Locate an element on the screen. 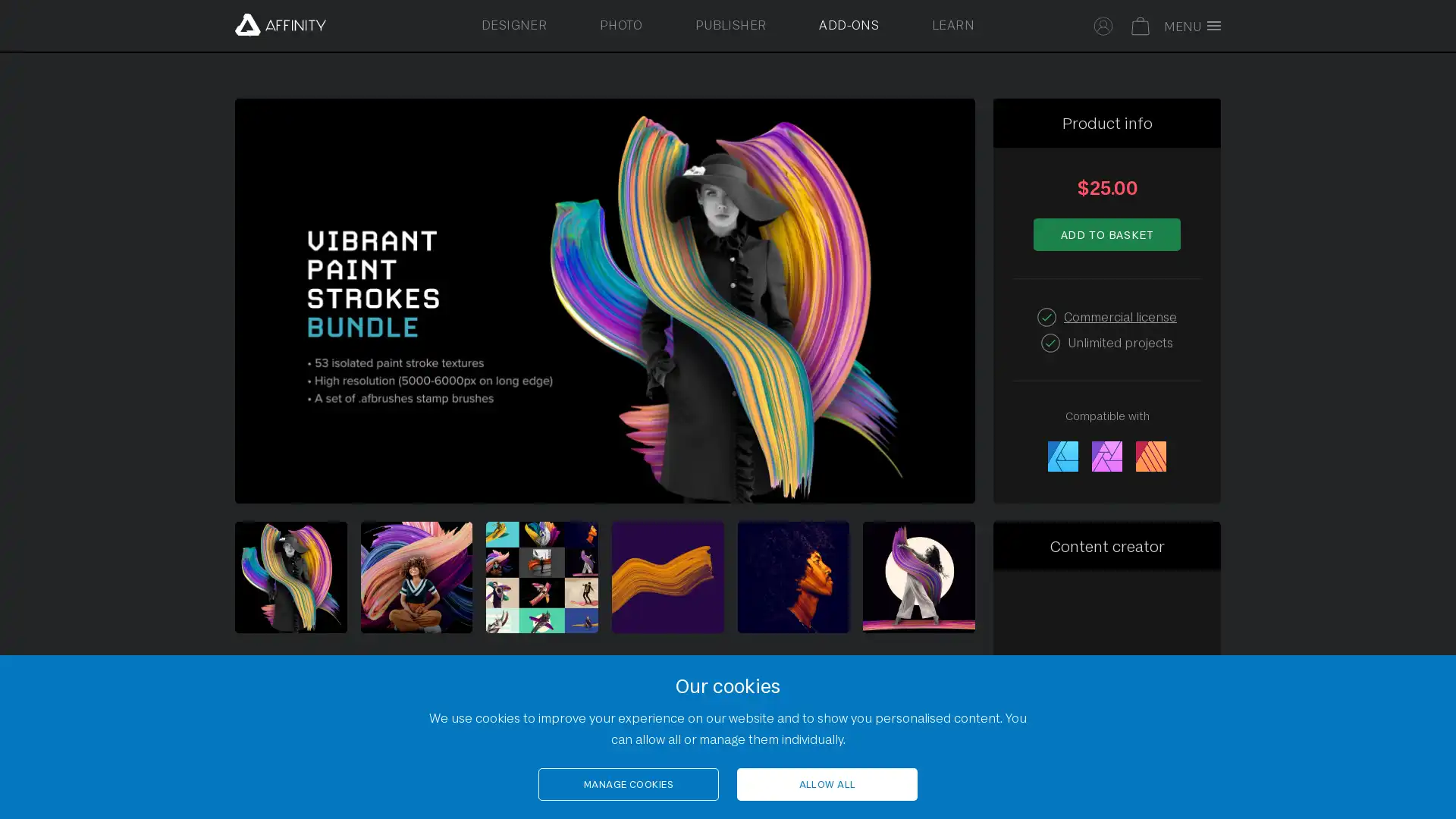 The height and width of the screenshot is (819, 1456). Toggle full screen menu is located at coordinates (1196, 26).